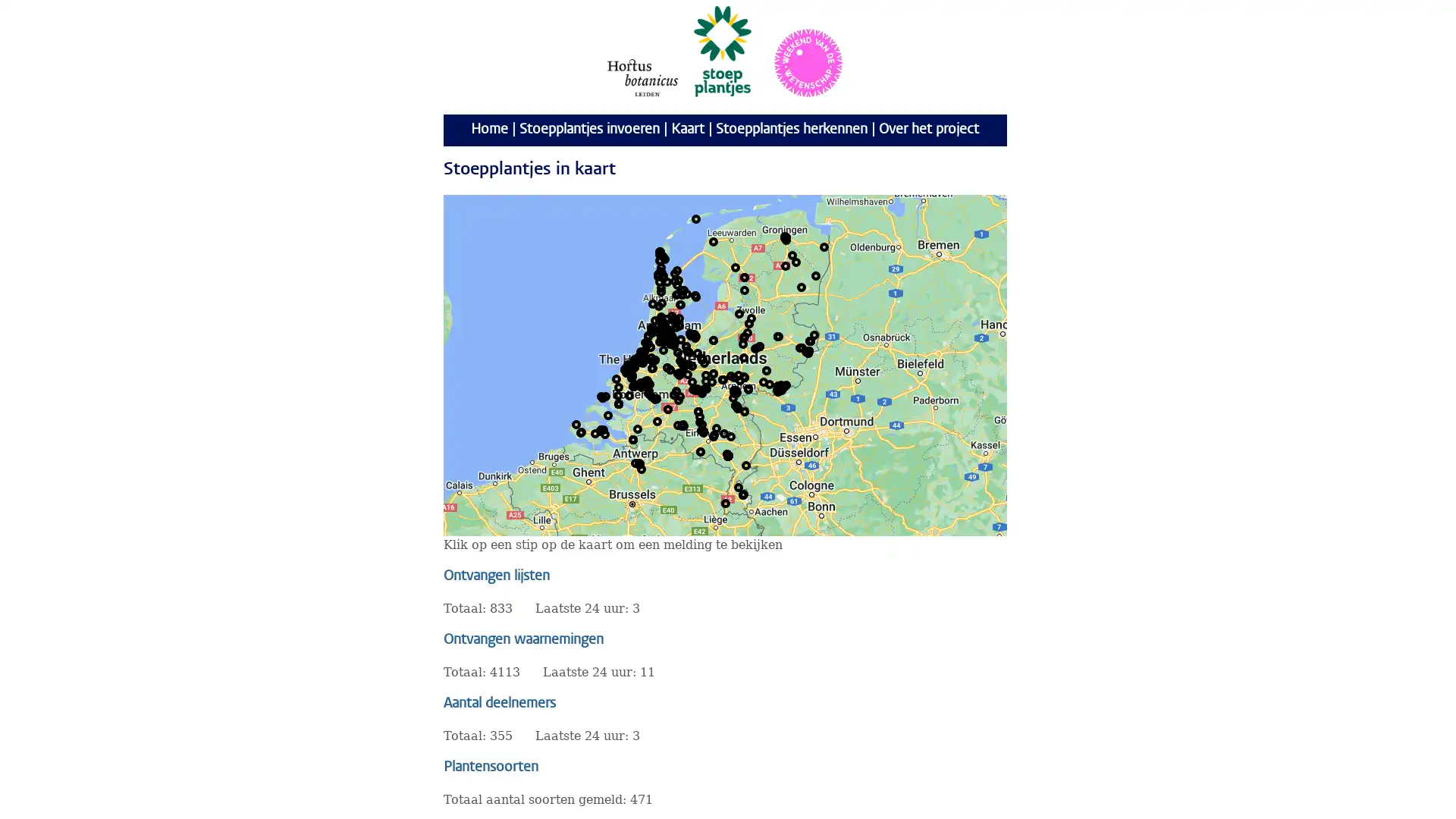 The image size is (1456, 819). I want to click on Telling van Scouting Titus Bransma op 04 oktober 2021, so click(810, 339).